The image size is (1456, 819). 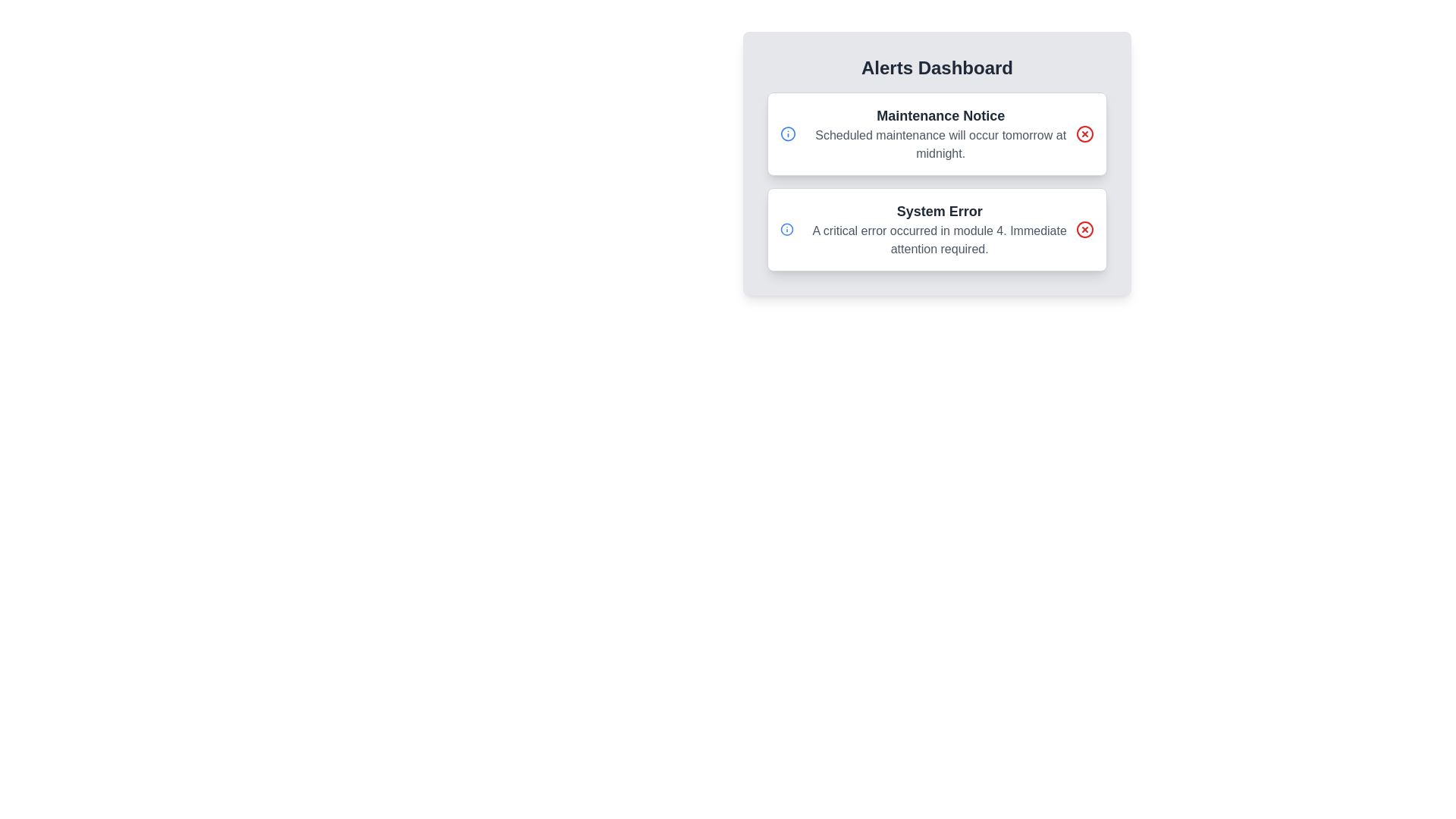 What do you see at coordinates (939, 239) in the screenshot?
I see `the second text label that conveys detailed error information, located directly under the 'System Error' text in the 'Alerts Dashboard' interface` at bounding box center [939, 239].